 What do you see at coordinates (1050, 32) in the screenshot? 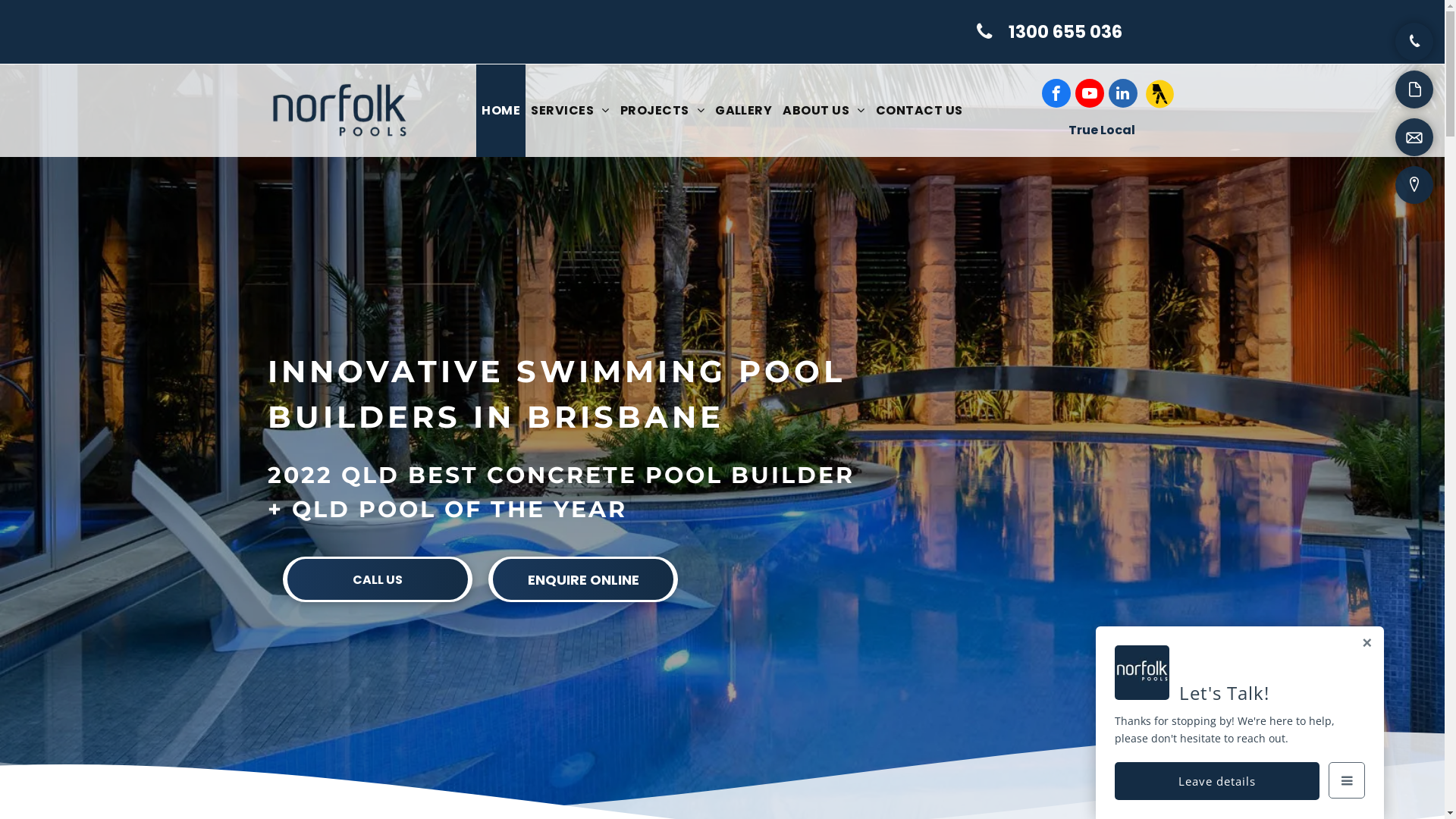
I see `'1300 655 036'` at bounding box center [1050, 32].